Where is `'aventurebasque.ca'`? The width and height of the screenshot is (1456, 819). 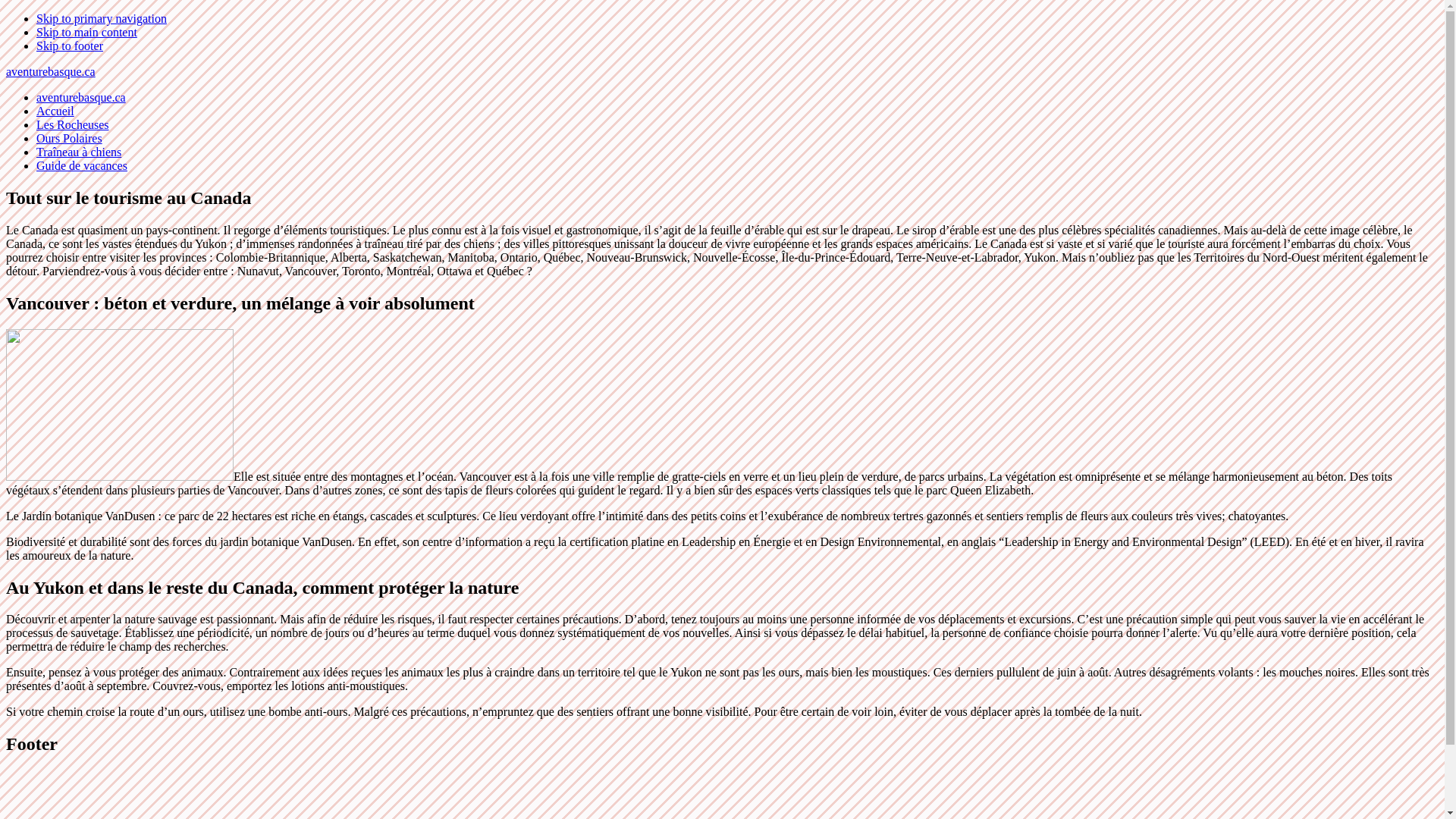 'aventurebasque.ca' is located at coordinates (80, 97).